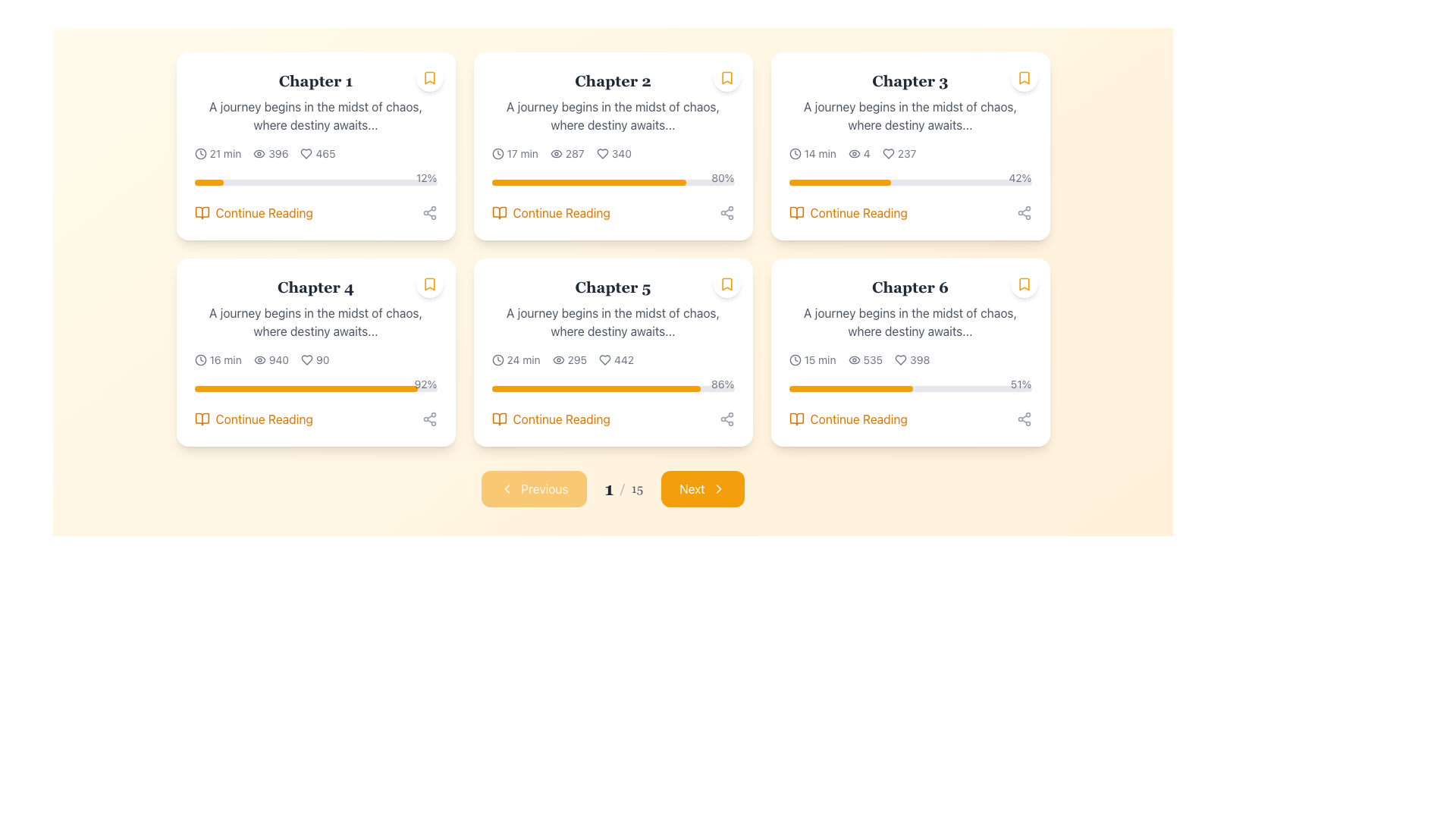 The width and height of the screenshot is (1456, 819). Describe the element at coordinates (306, 359) in the screenshot. I see `the heart icon representing likes in Chapter 4's statistics row, which is the third icon following reading time and views` at that location.